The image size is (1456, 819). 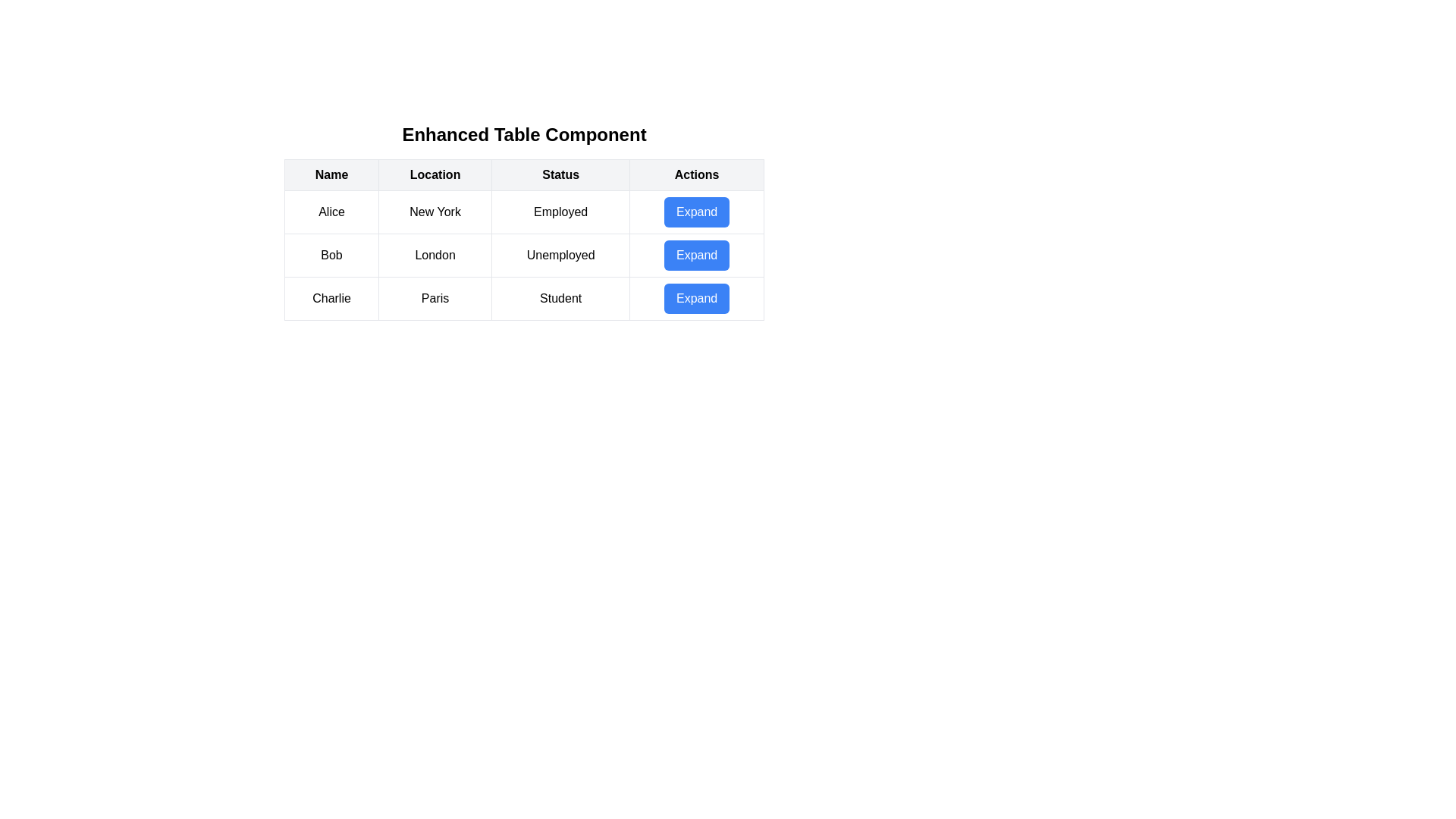 What do you see at coordinates (331, 254) in the screenshot?
I see `the Static Text Display containing the text 'Bob', which is located in the first cell of the second row under the 'Name' column of a table layout` at bounding box center [331, 254].